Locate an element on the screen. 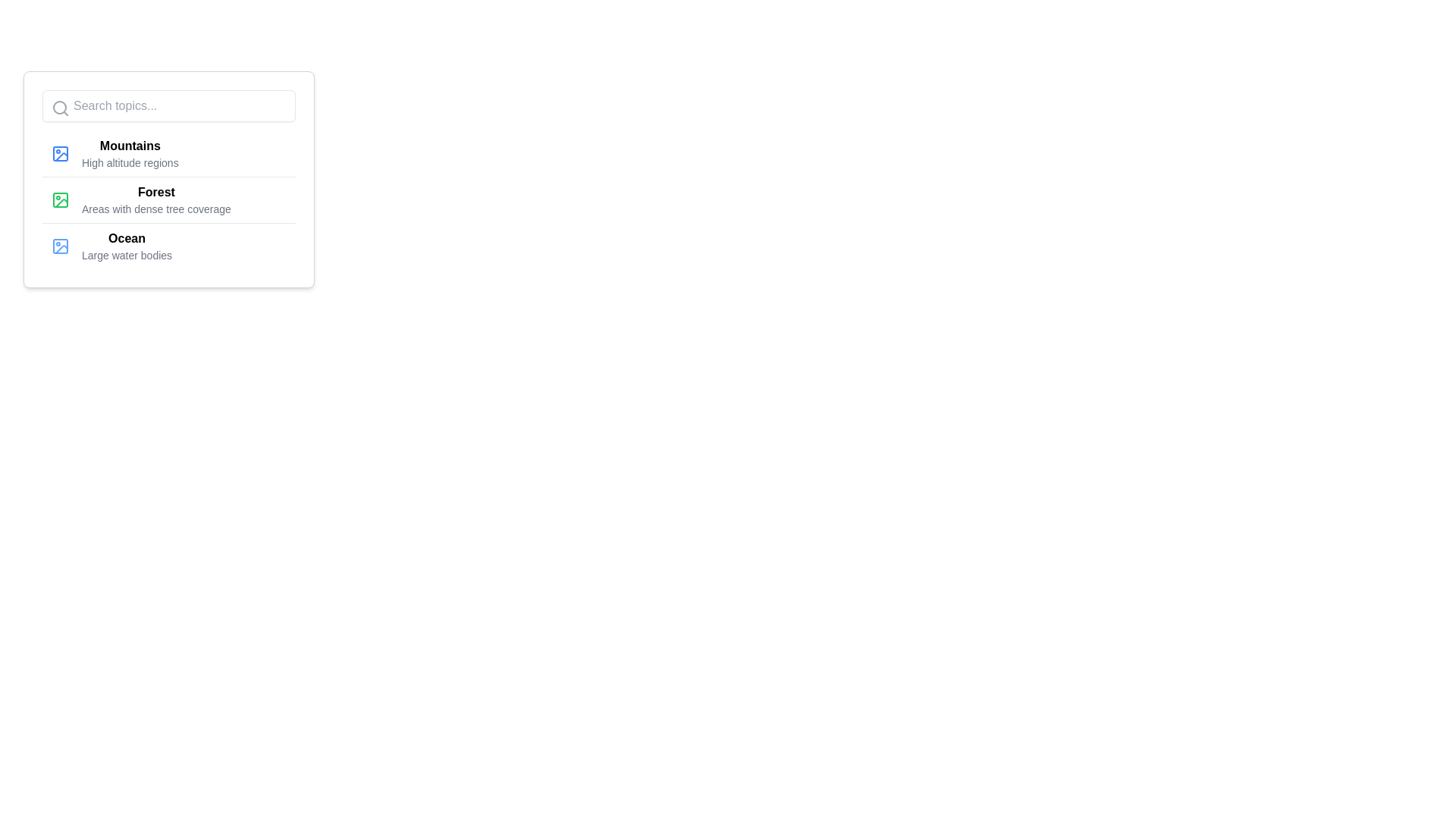 Image resolution: width=1456 pixels, height=819 pixels. the magnifying glass icon located in the top-left corner of the input field labeled 'Search topics...' is located at coordinates (61, 107).